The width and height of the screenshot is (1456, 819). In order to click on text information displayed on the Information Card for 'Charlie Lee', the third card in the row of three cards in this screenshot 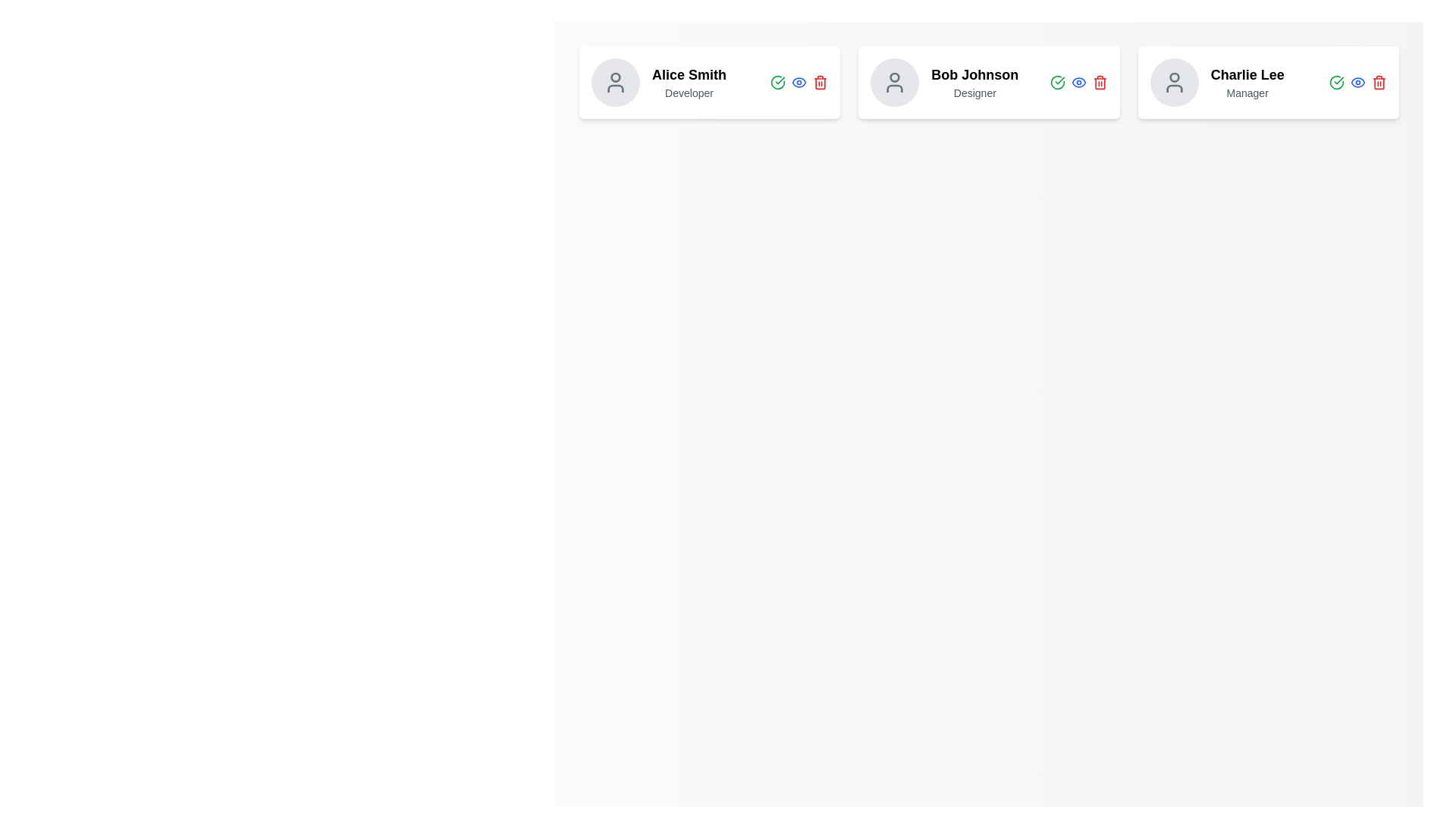, I will do `click(1268, 82)`.